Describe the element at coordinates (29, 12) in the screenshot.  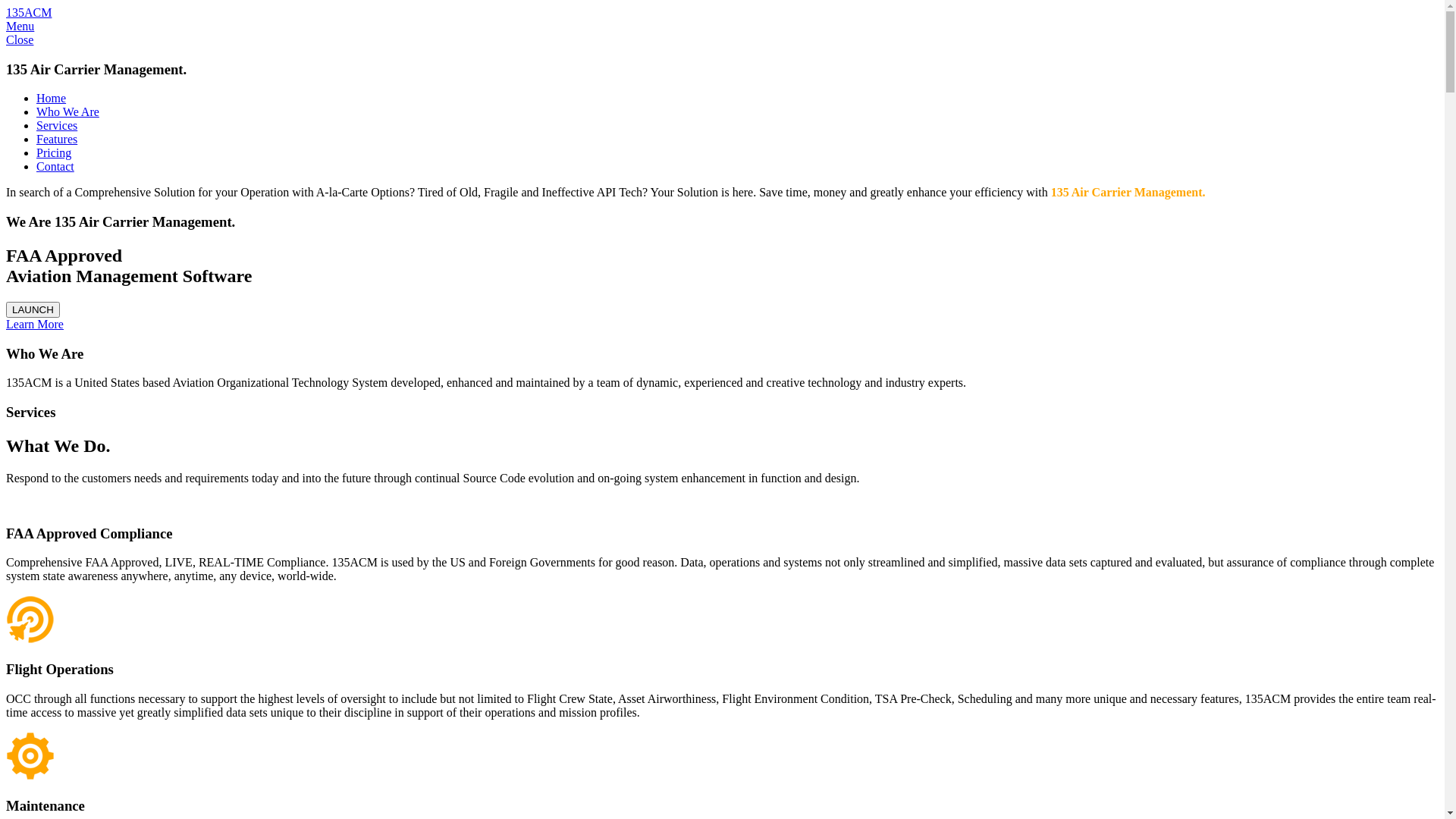
I see `'135ACM'` at that location.